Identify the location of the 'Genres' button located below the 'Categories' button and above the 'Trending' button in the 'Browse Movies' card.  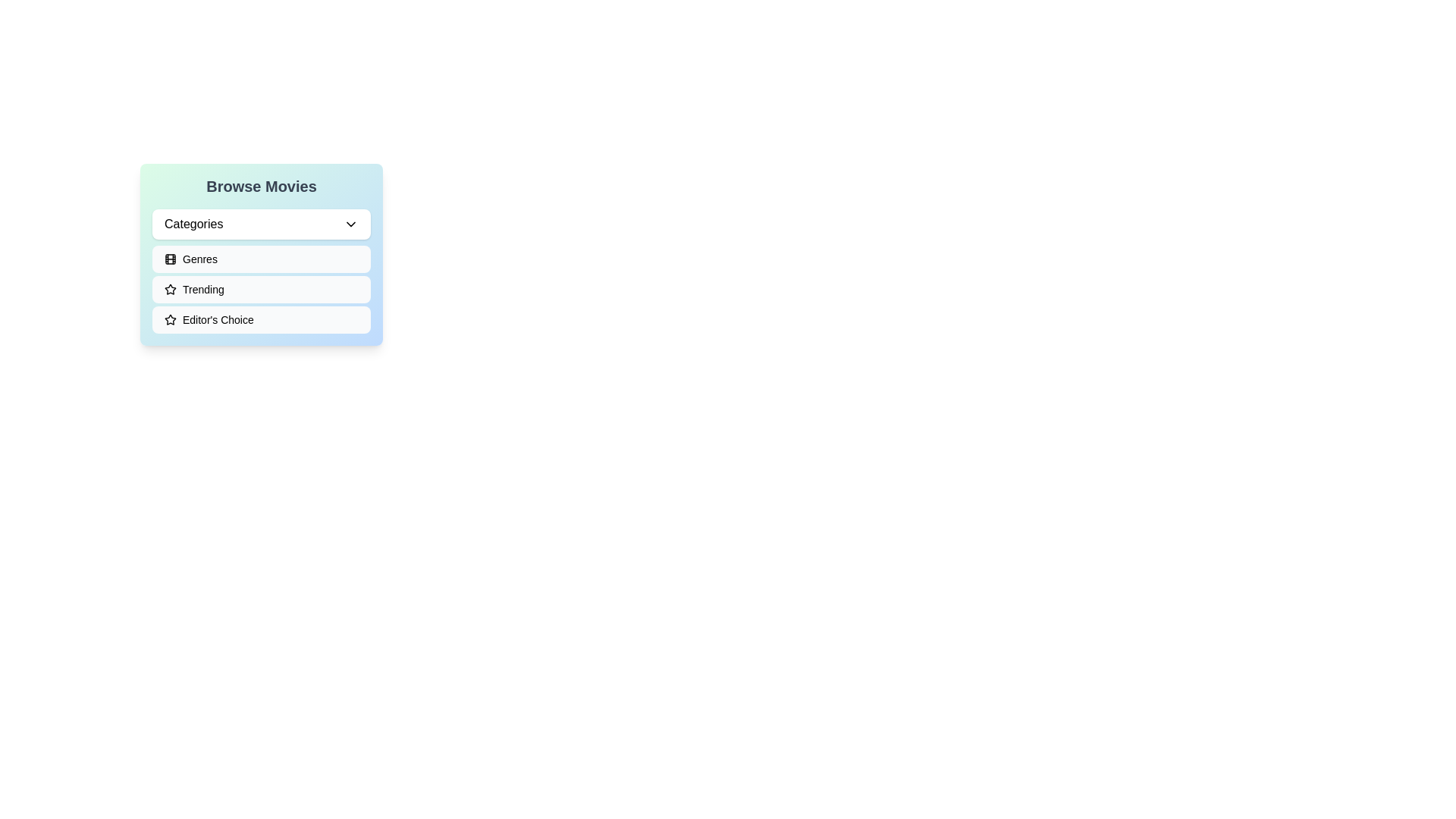
(262, 253).